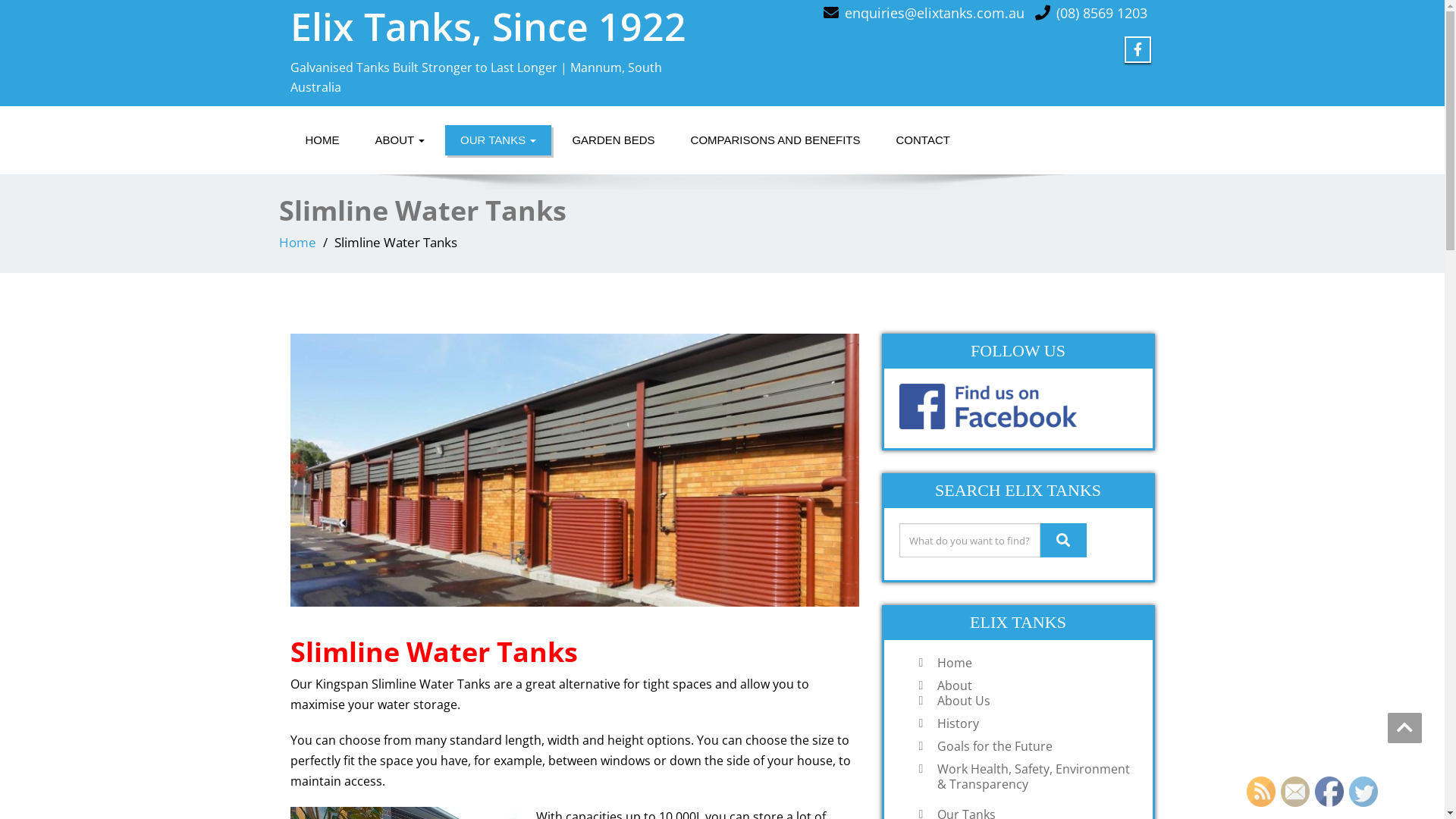 The height and width of the screenshot is (819, 1456). I want to click on 'GARDEN BEDS', so click(556, 140).